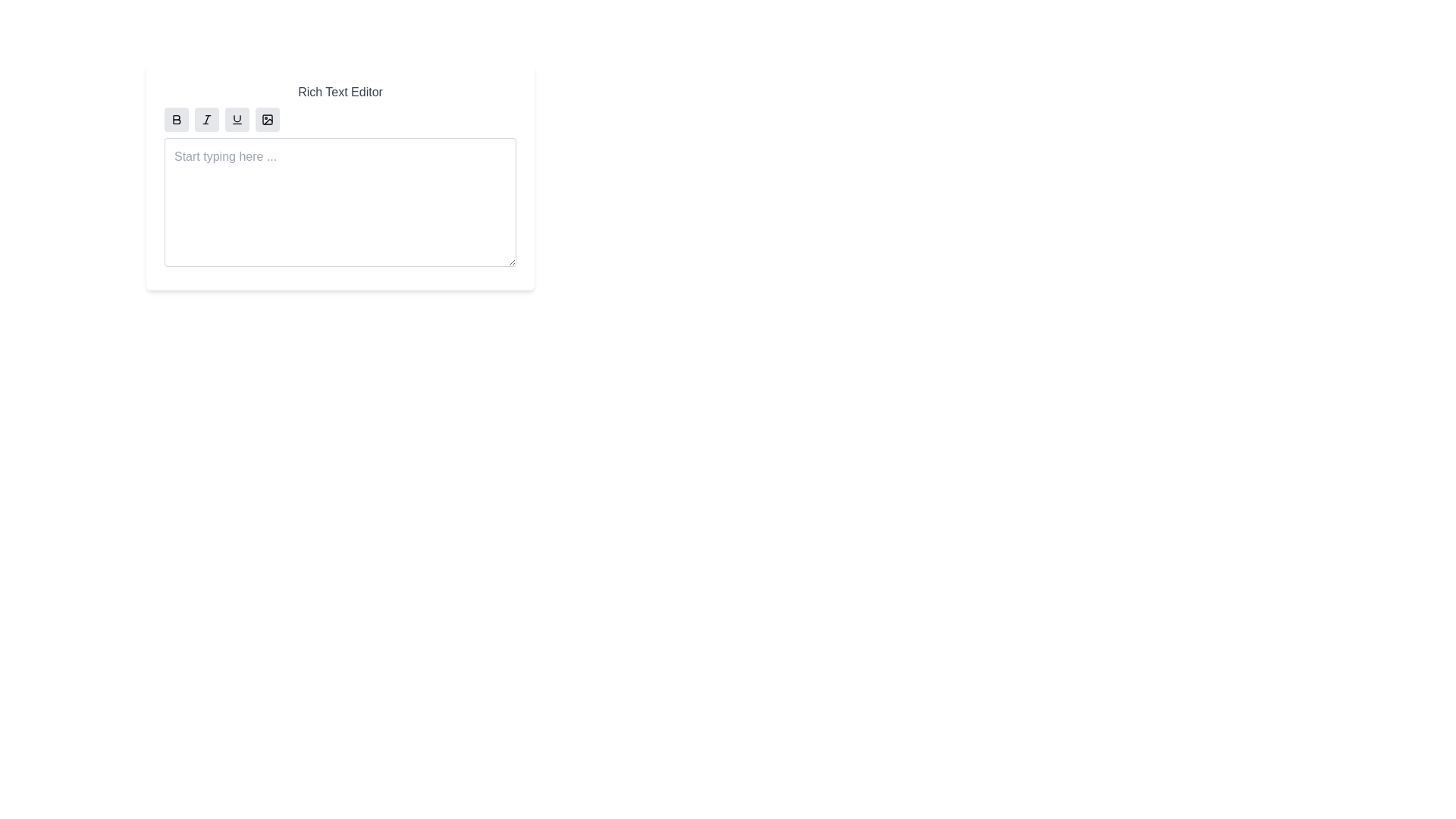 This screenshot has height=819, width=1456. I want to click on the small photograph icon button in the toolbar of the rich text editor, so click(268, 119).